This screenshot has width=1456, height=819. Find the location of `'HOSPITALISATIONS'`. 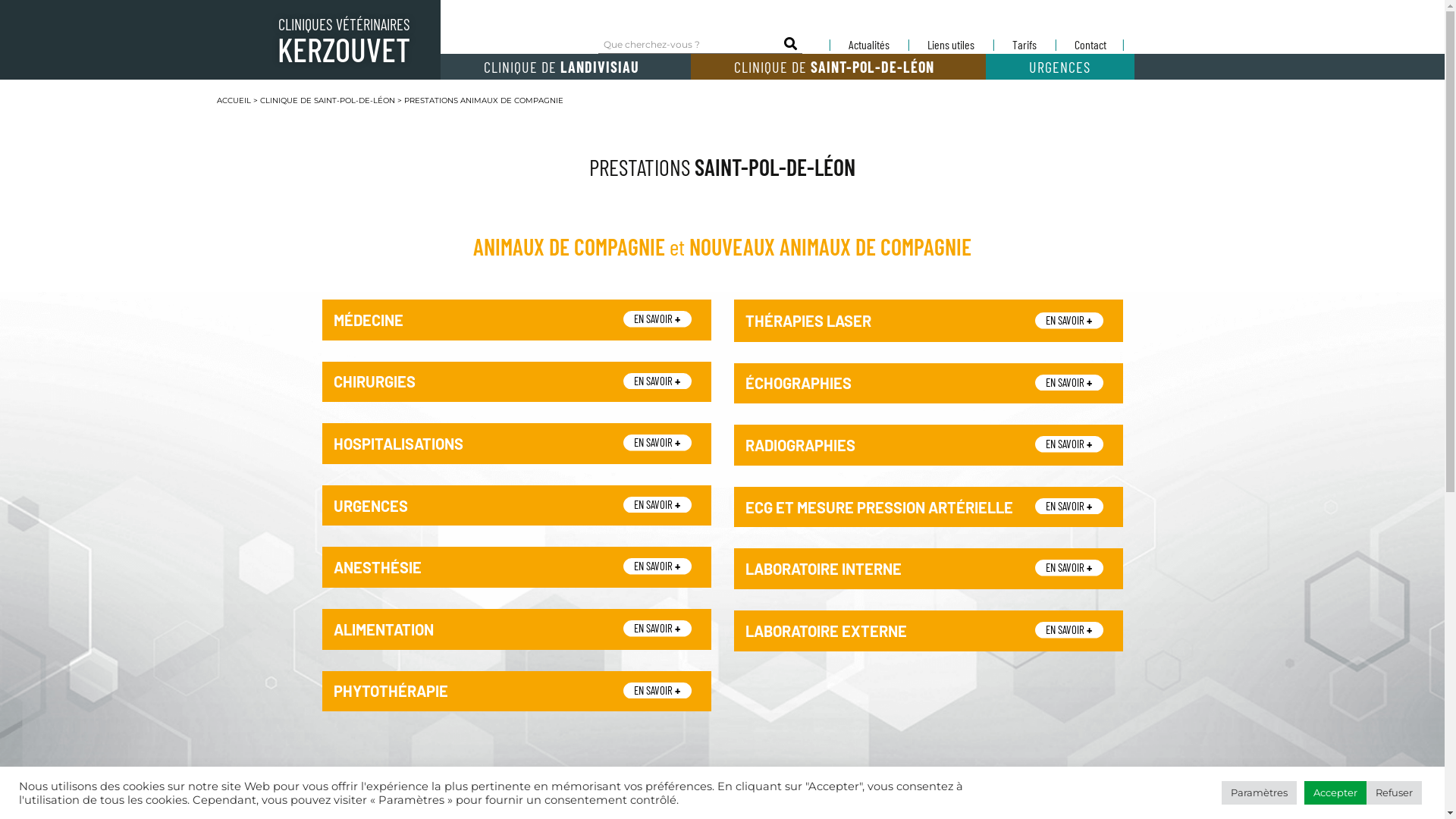

'HOSPITALISATIONS' is located at coordinates (398, 444).